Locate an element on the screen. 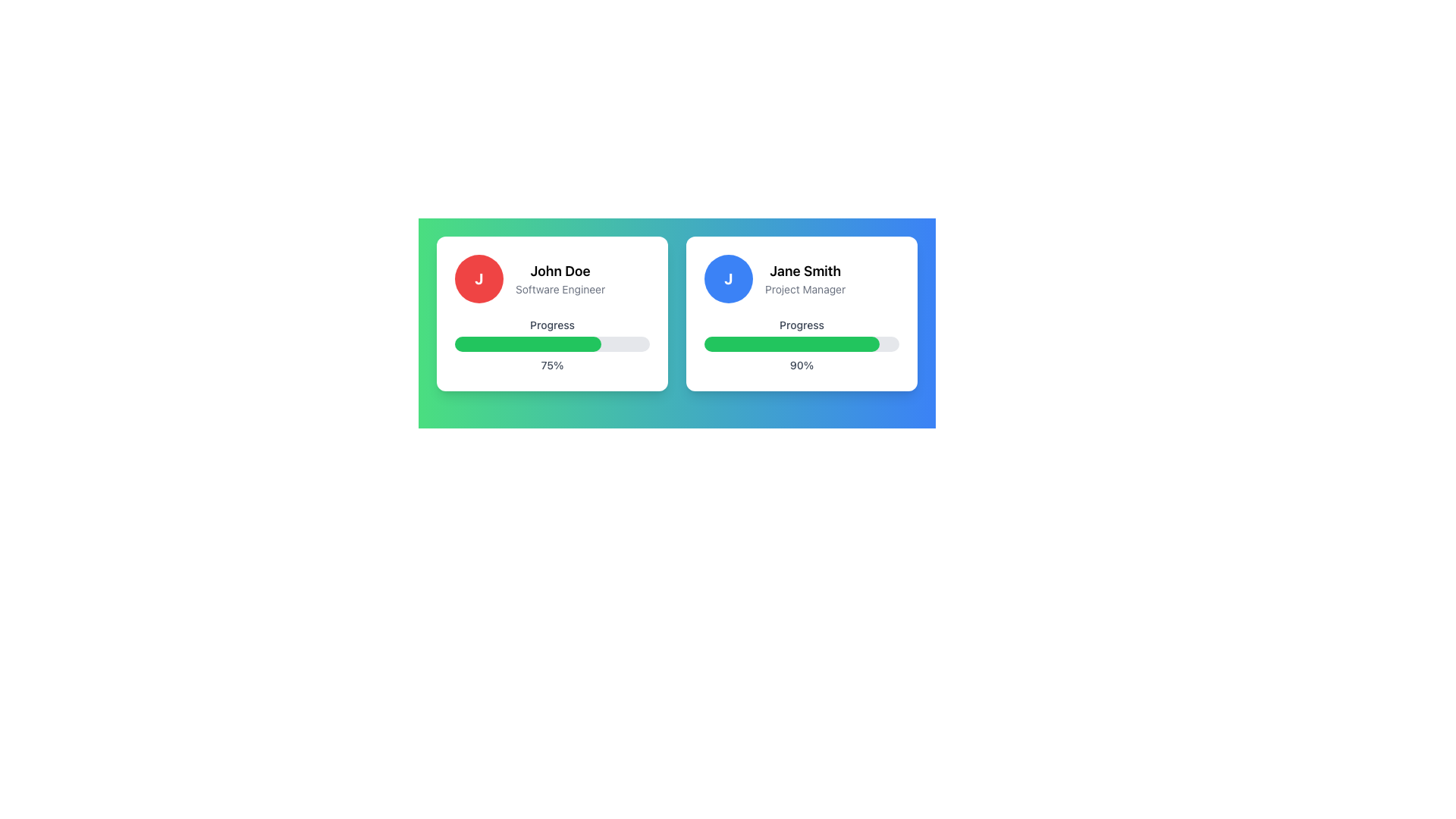 The height and width of the screenshot is (819, 1456). the Text Label that indicates the progress metric for the progress bar below, located beneath the title 'Jane Smith' is located at coordinates (801, 324).